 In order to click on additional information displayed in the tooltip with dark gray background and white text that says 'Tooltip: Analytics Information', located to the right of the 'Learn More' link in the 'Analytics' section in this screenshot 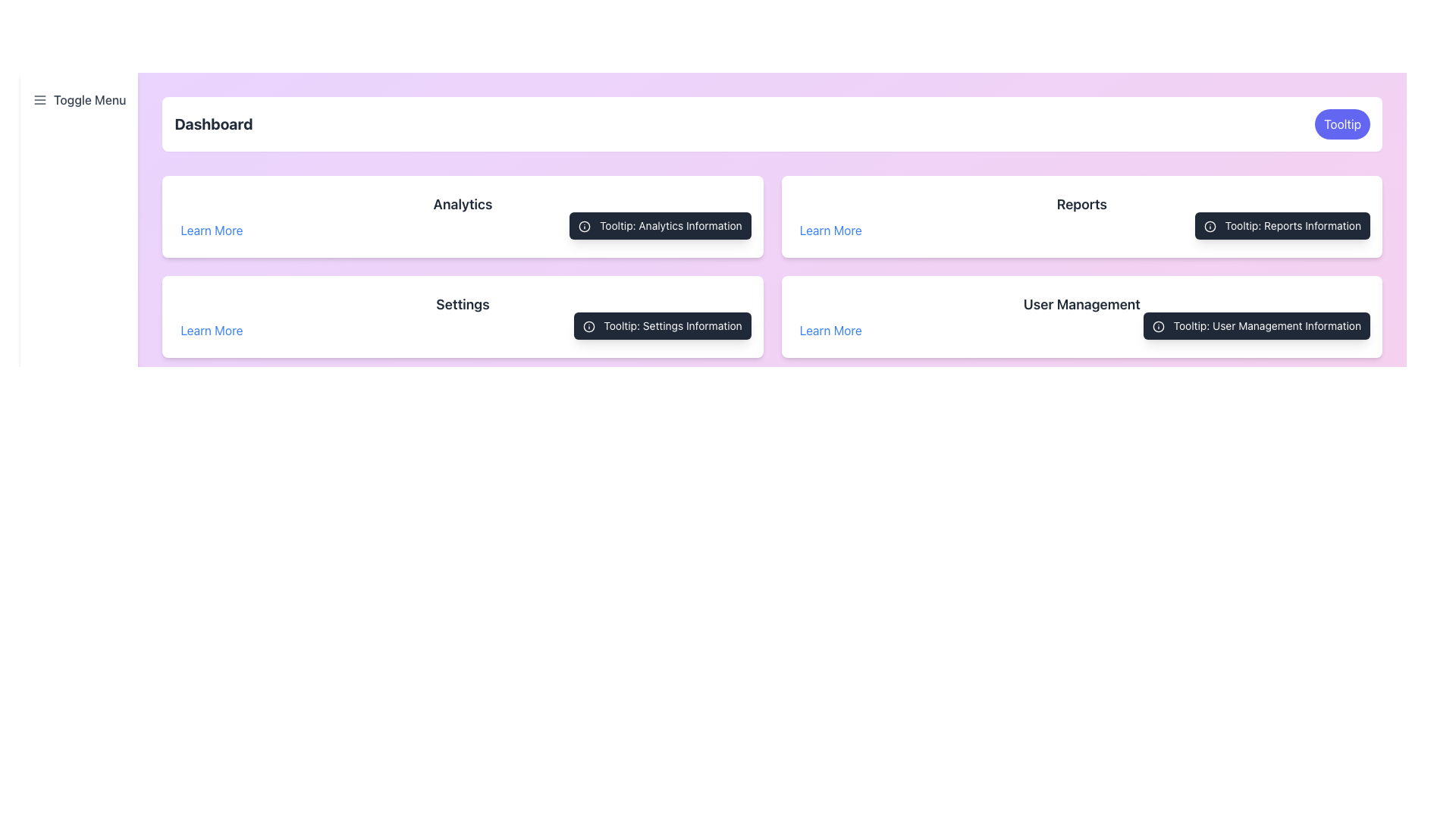, I will do `click(660, 225)`.